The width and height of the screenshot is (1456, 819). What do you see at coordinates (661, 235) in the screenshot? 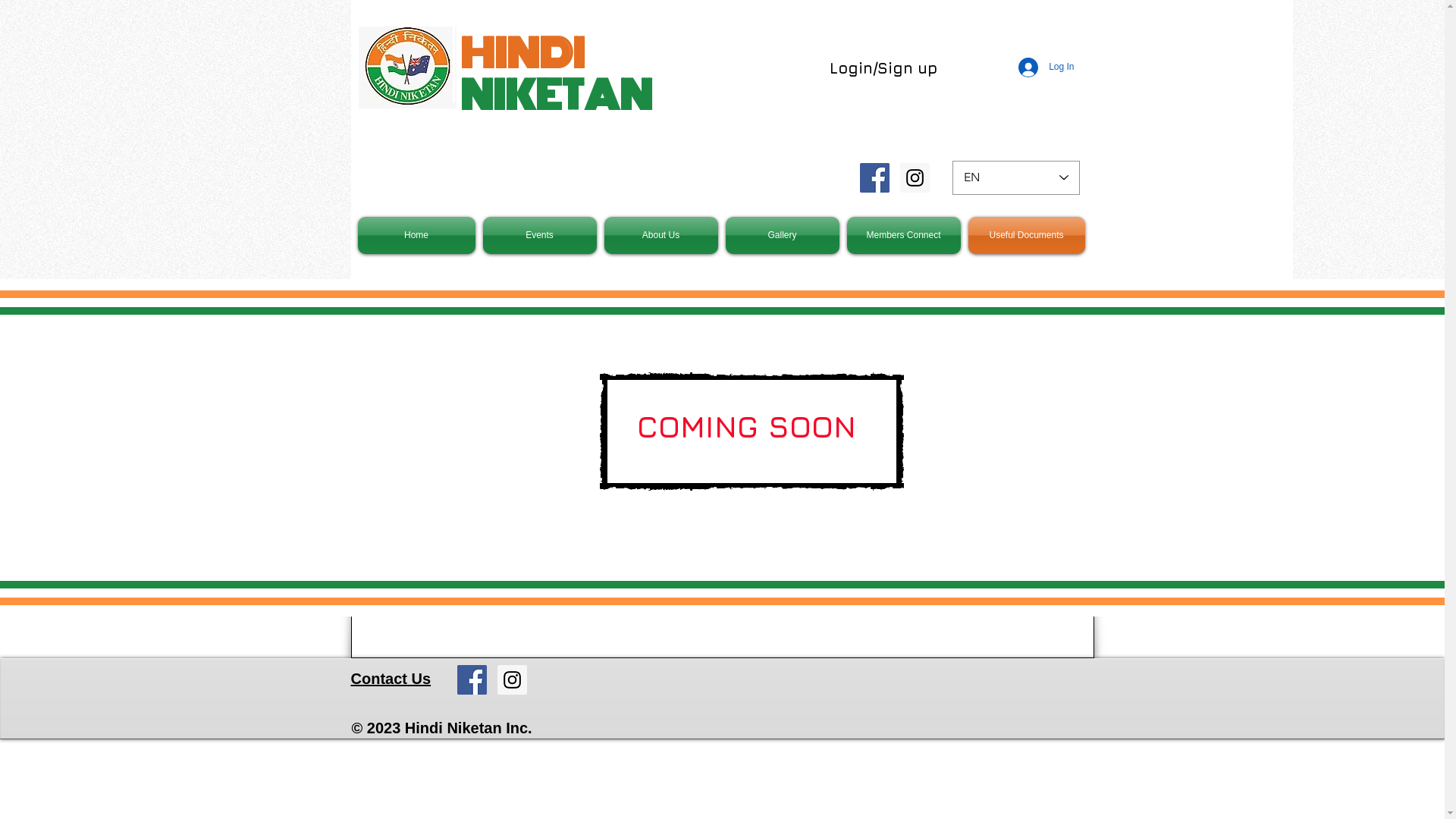
I see `'About Us'` at bounding box center [661, 235].